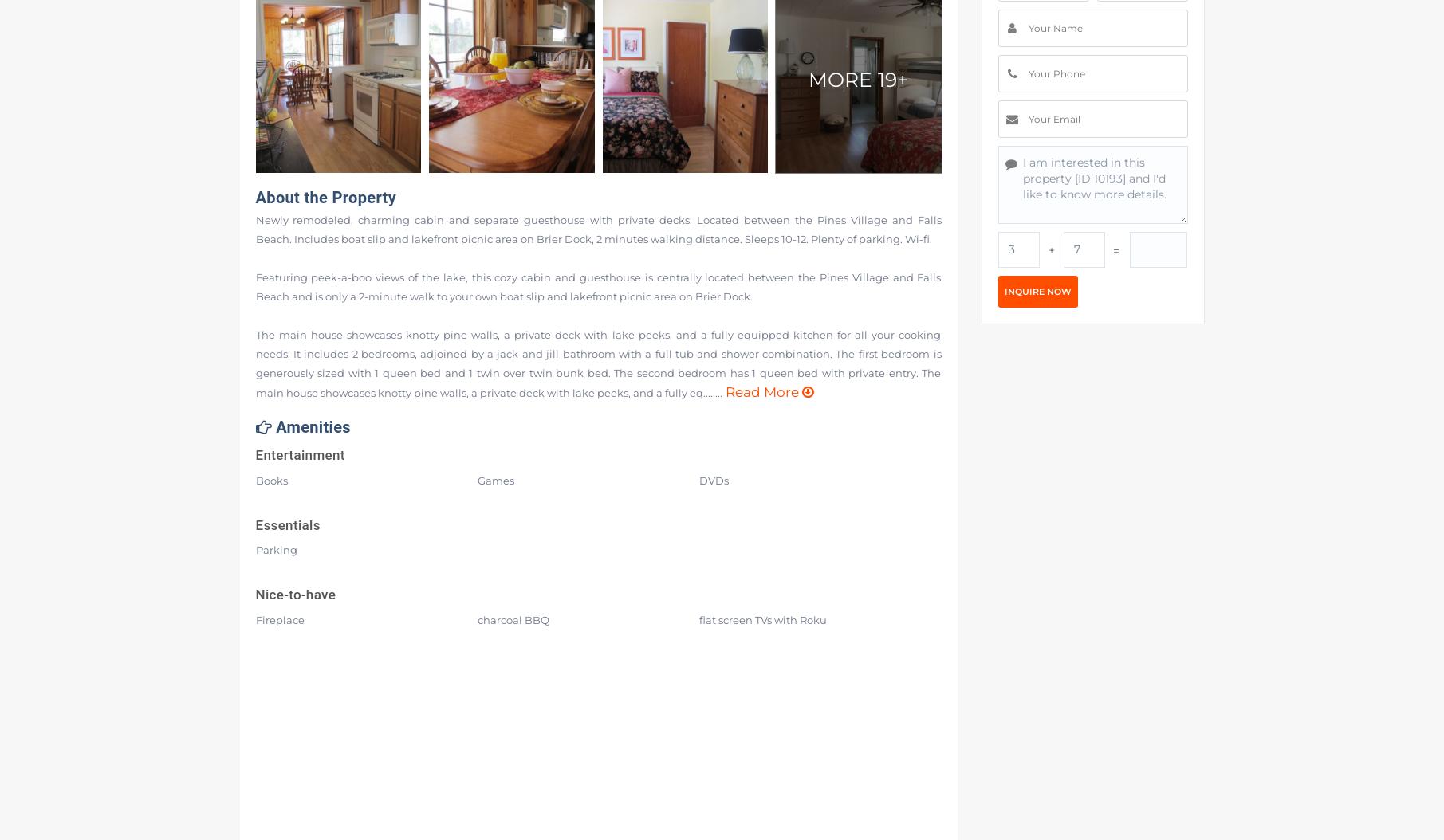 This screenshot has width=1444, height=840. I want to click on 'Essentials', so click(286, 524).